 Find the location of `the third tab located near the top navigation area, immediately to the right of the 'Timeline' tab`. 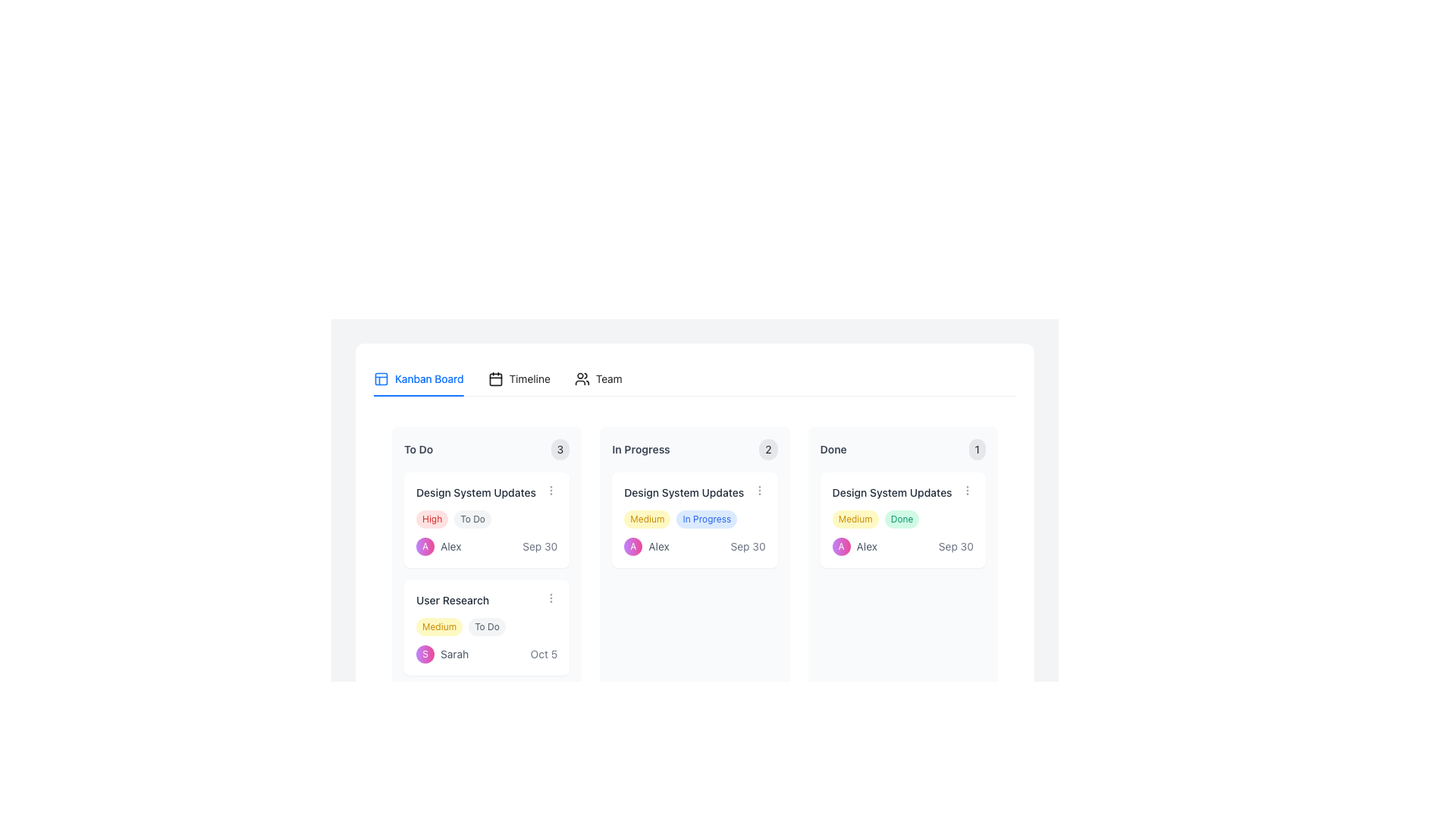

the third tab located near the top navigation area, immediately to the right of the 'Timeline' tab is located at coordinates (598, 378).